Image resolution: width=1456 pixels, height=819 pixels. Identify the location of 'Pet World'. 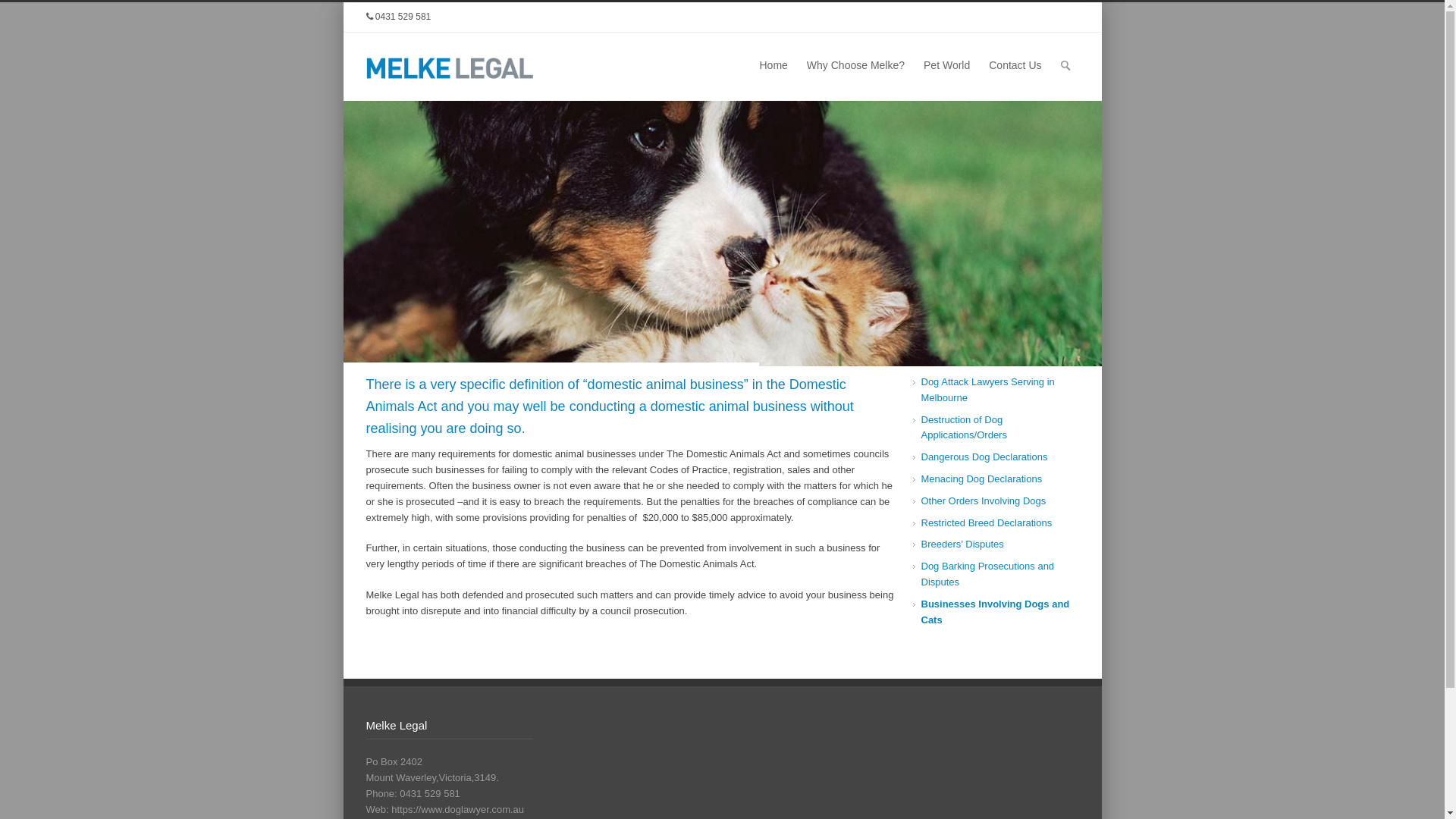
(946, 66).